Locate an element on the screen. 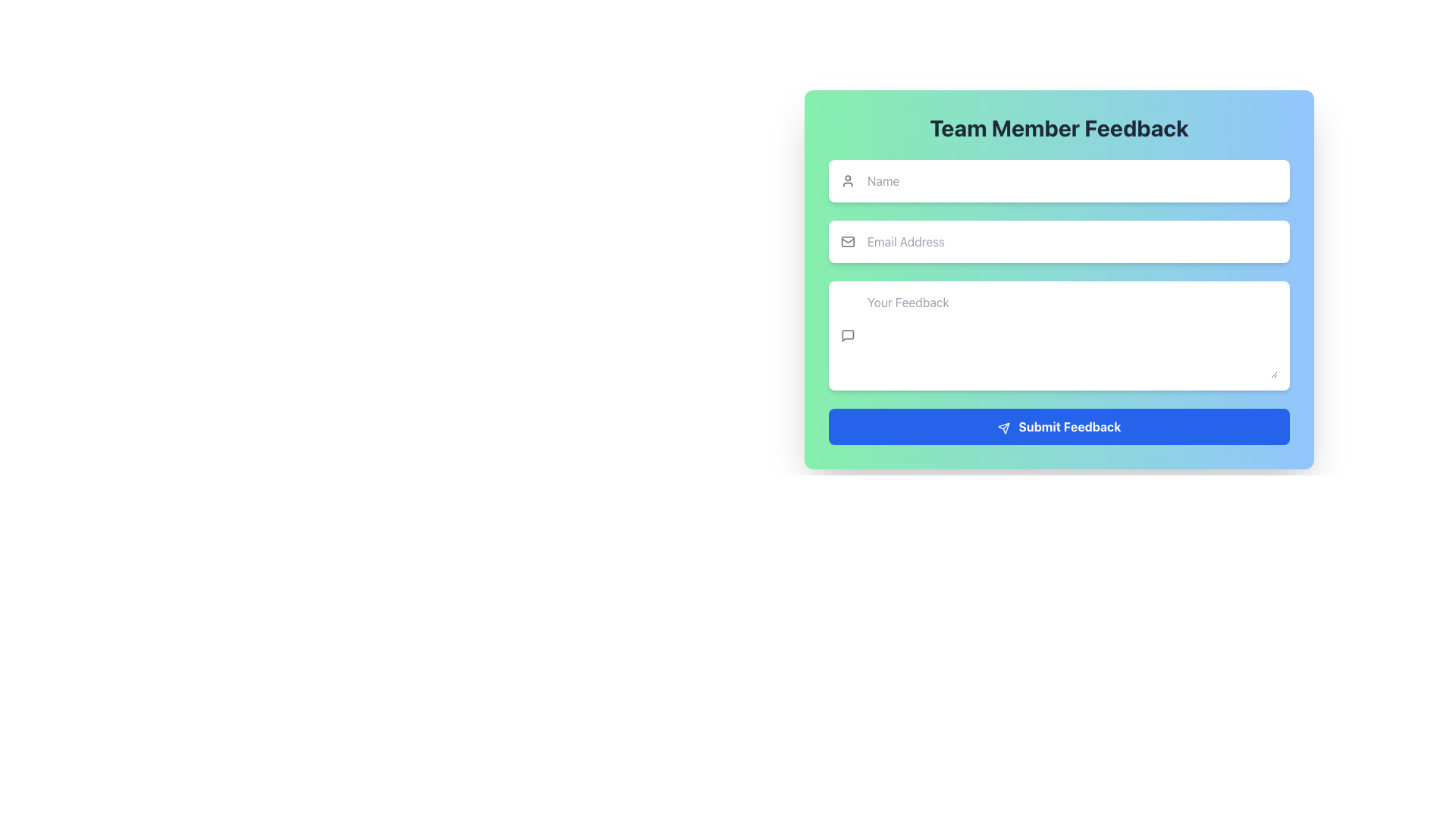  the email input field, which is the middle input field in a vertical stack of three, to focus for user input is located at coordinates (1058, 241).